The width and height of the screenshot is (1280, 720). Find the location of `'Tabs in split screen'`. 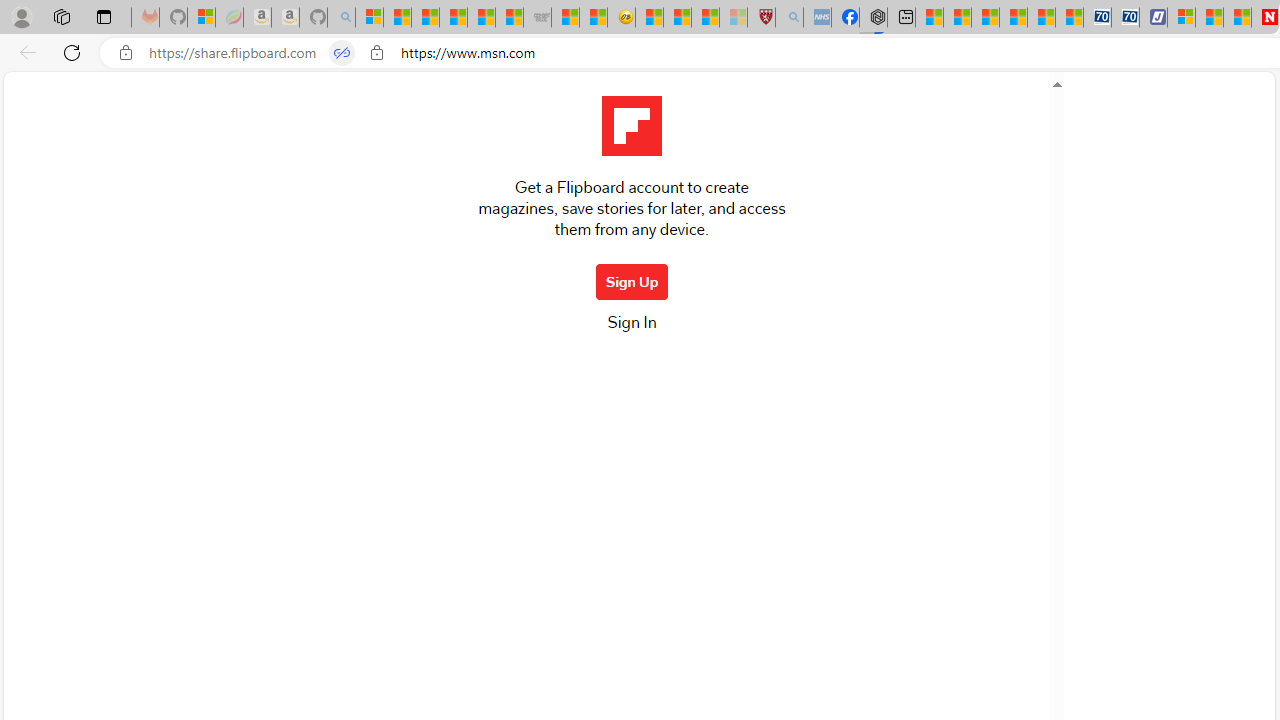

'Tabs in split screen' is located at coordinates (341, 52).